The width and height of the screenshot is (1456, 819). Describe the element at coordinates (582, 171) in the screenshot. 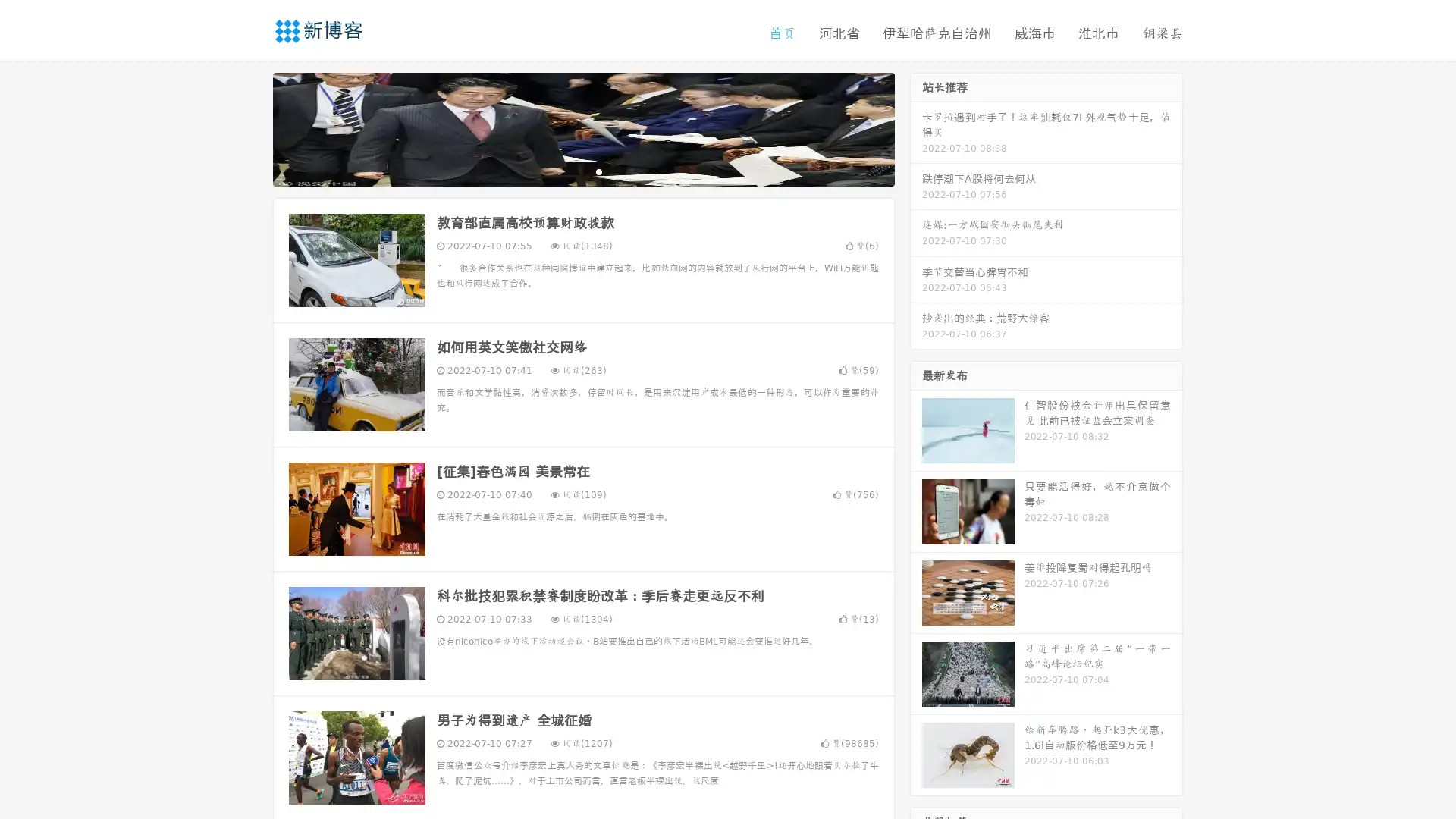

I see `Go to slide 2` at that location.